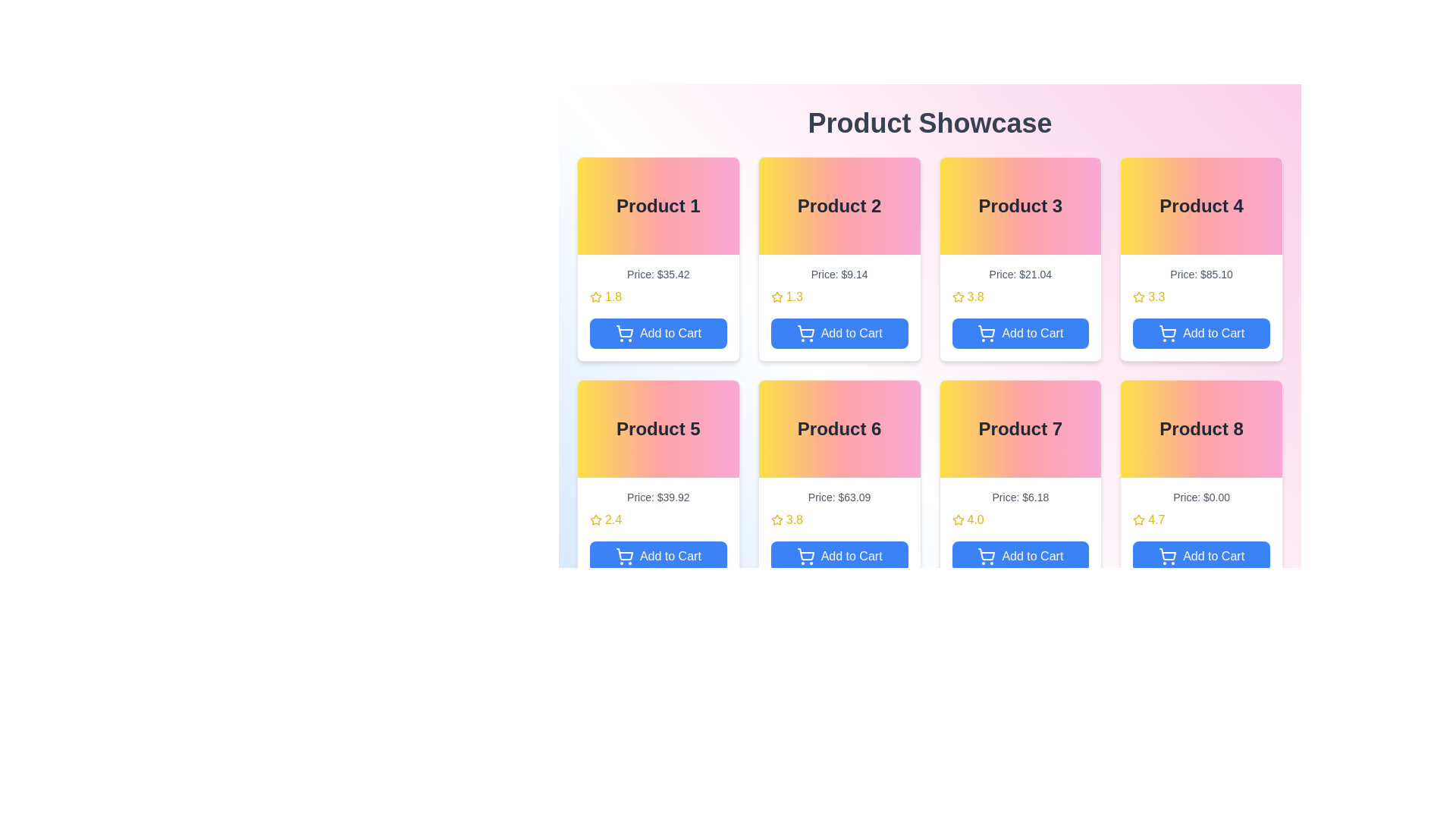 Image resolution: width=1456 pixels, height=819 pixels. Describe the element at coordinates (957, 519) in the screenshot. I see `the golden star-shaped SVG icon located in the seventh product card, which is positioned near the numeric rating value at the bottom-left of the card` at that location.